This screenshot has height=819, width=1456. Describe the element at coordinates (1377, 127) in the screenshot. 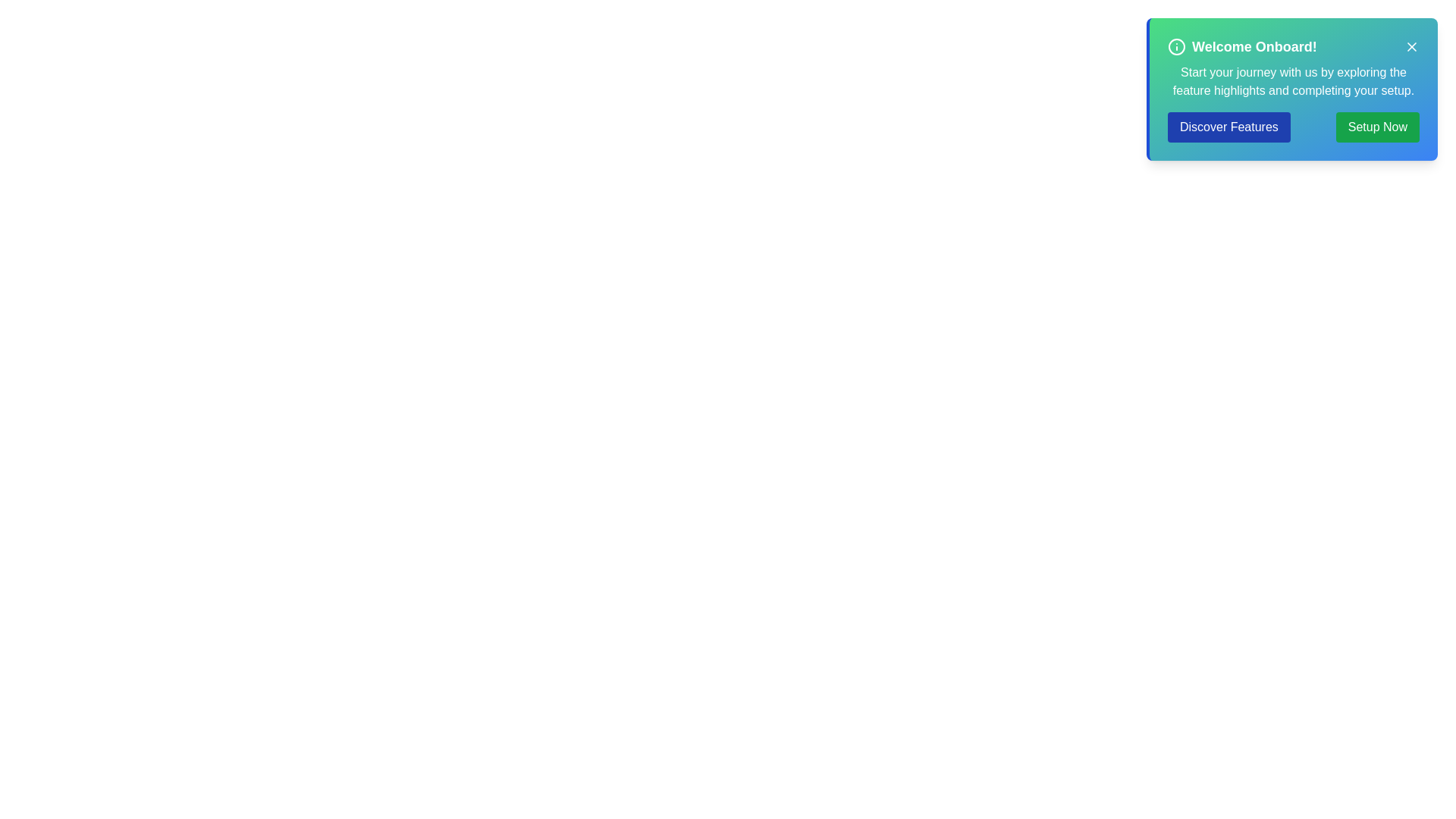

I see `the 'Setup Now' button to open the setup guide` at that location.